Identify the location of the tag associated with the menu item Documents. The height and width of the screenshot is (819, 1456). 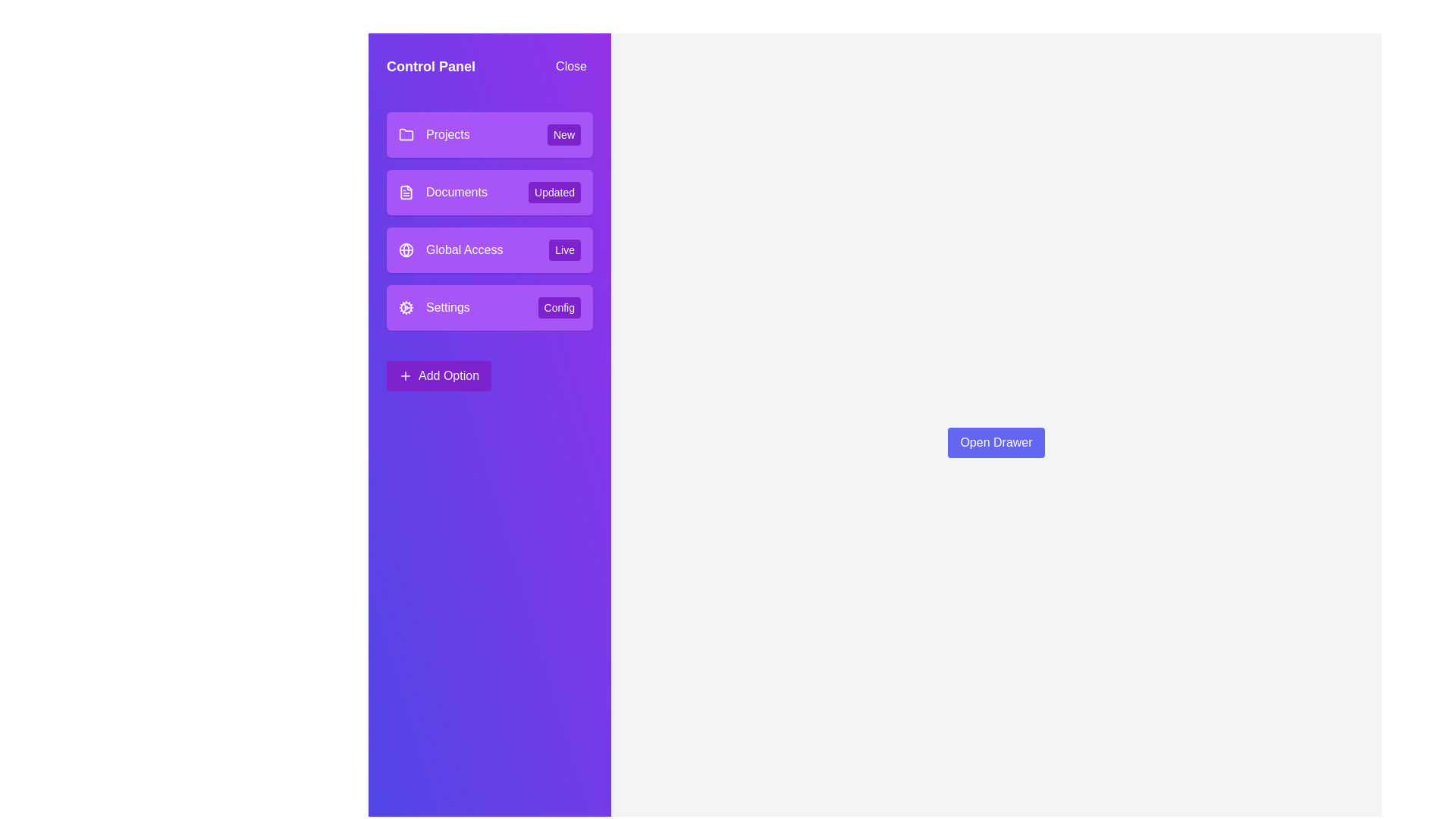
(554, 192).